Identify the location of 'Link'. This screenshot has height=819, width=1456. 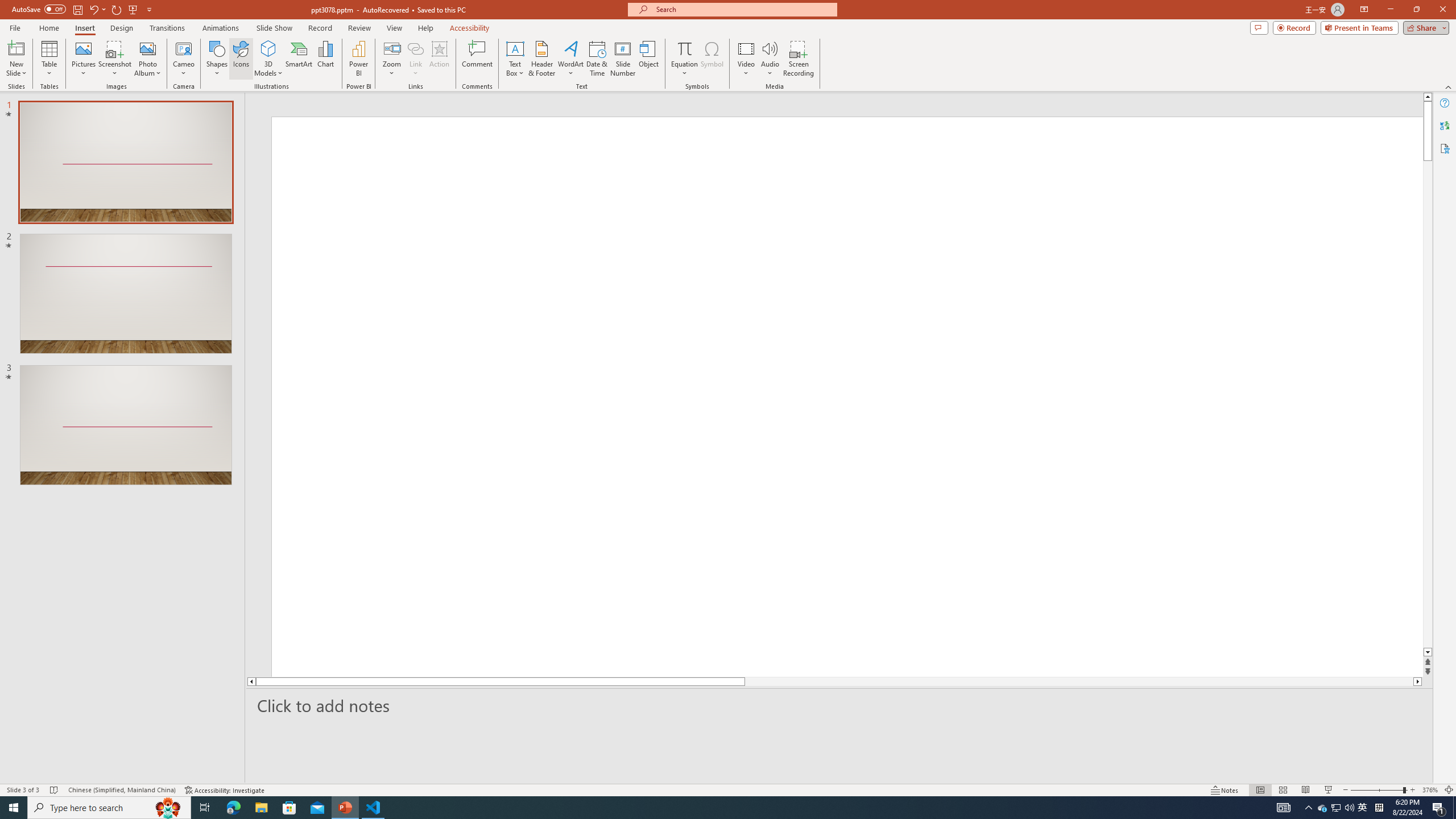
(415, 48).